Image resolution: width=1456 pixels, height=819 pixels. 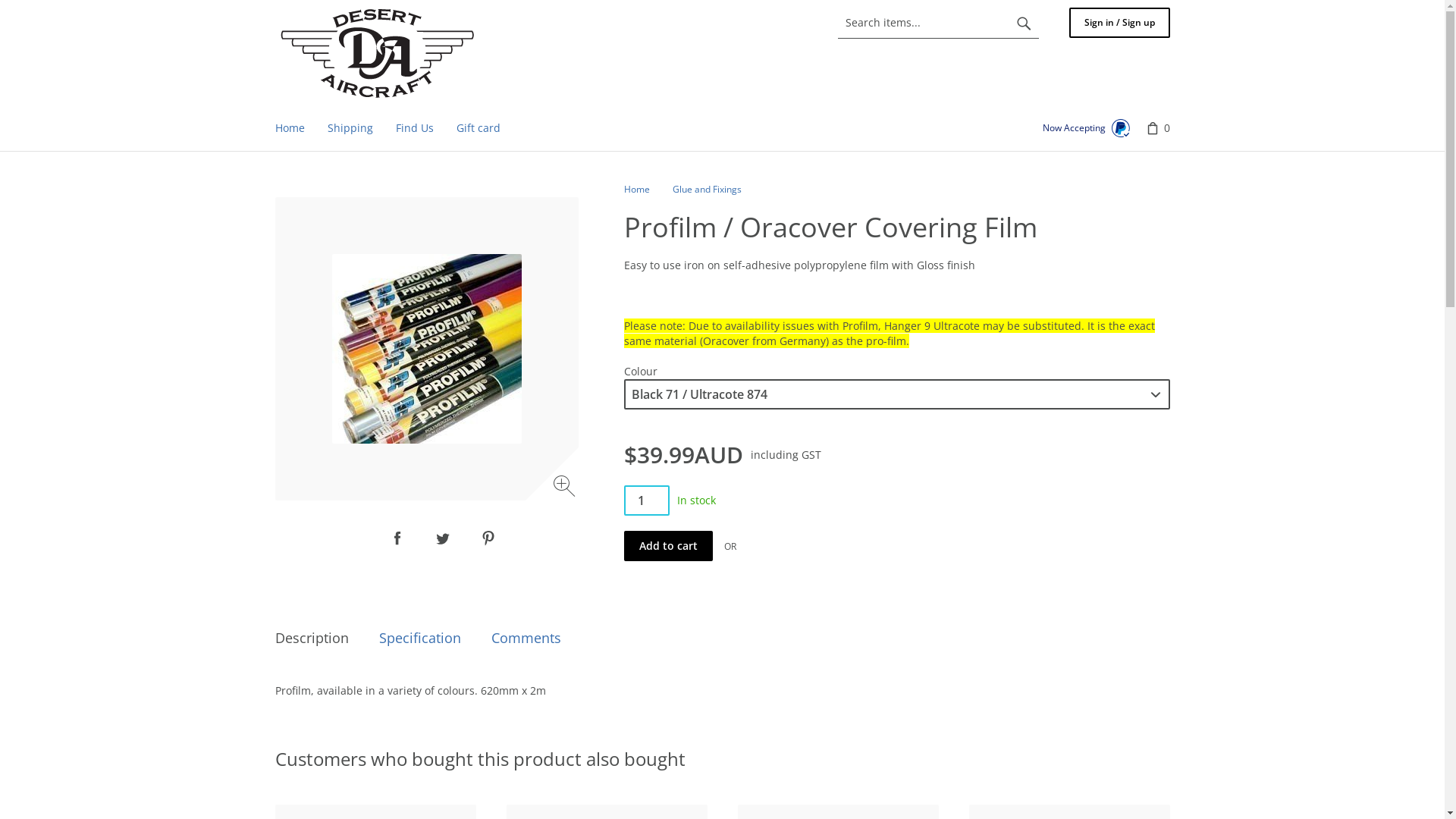 What do you see at coordinates (705, 188) in the screenshot?
I see `'Glue and Fixings'` at bounding box center [705, 188].